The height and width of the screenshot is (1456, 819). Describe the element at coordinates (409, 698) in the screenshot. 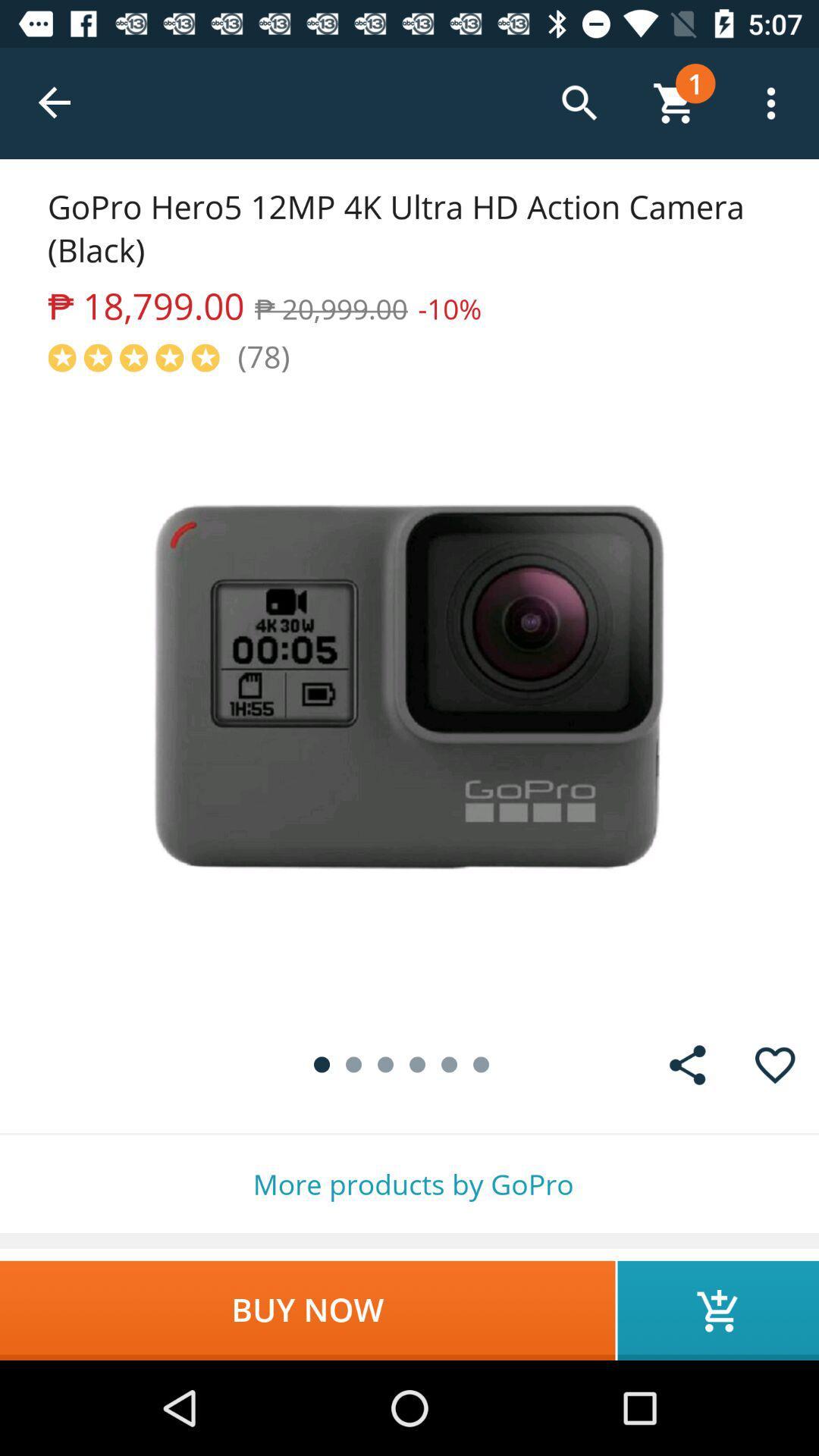

I see `description` at that location.